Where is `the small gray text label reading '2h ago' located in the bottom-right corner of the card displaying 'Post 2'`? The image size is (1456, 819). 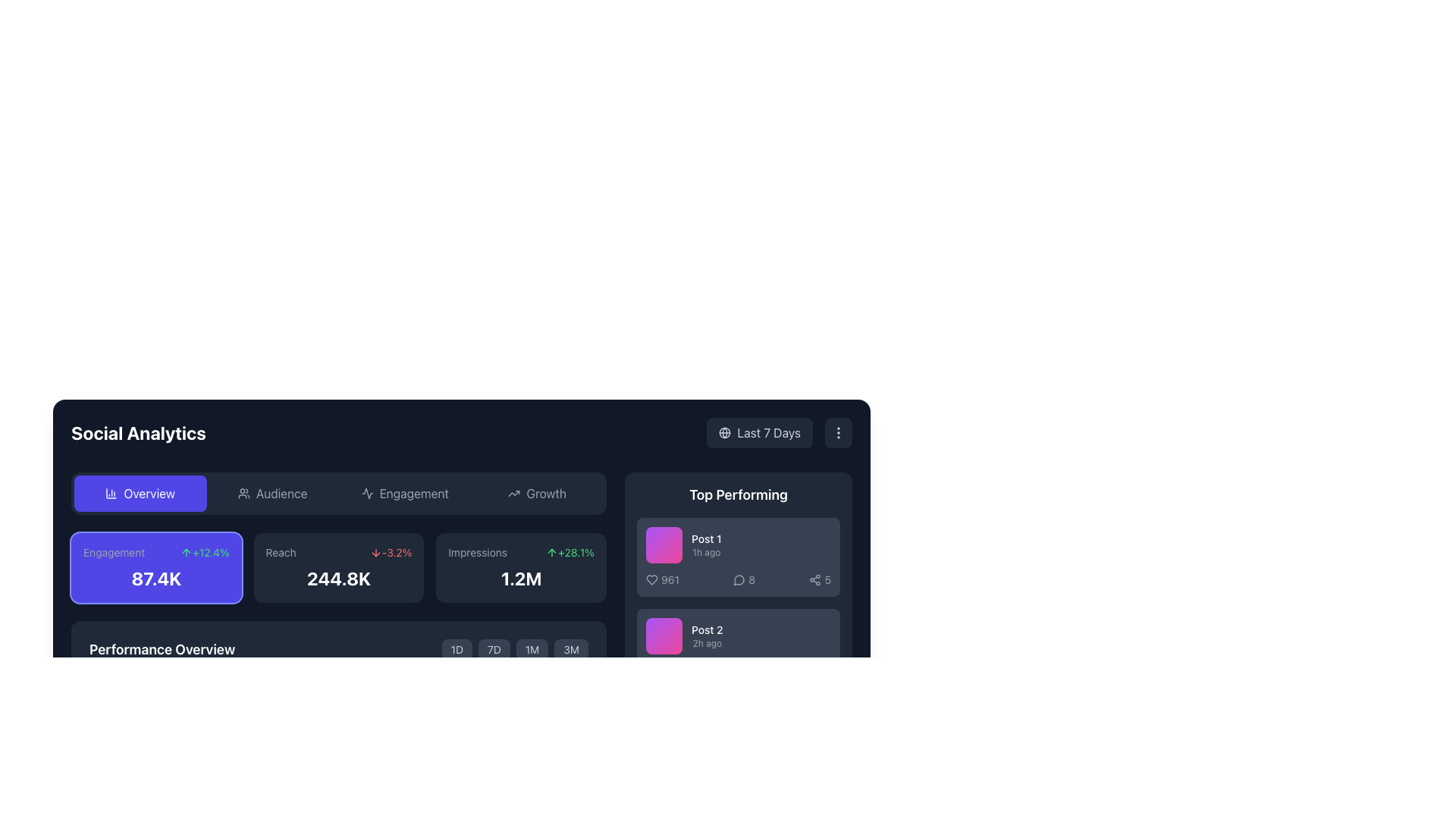 the small gray text label reading '2h ago' located in the bottom-right corner of the card displaying 'Post 2' is located at coordinates (706, 643).